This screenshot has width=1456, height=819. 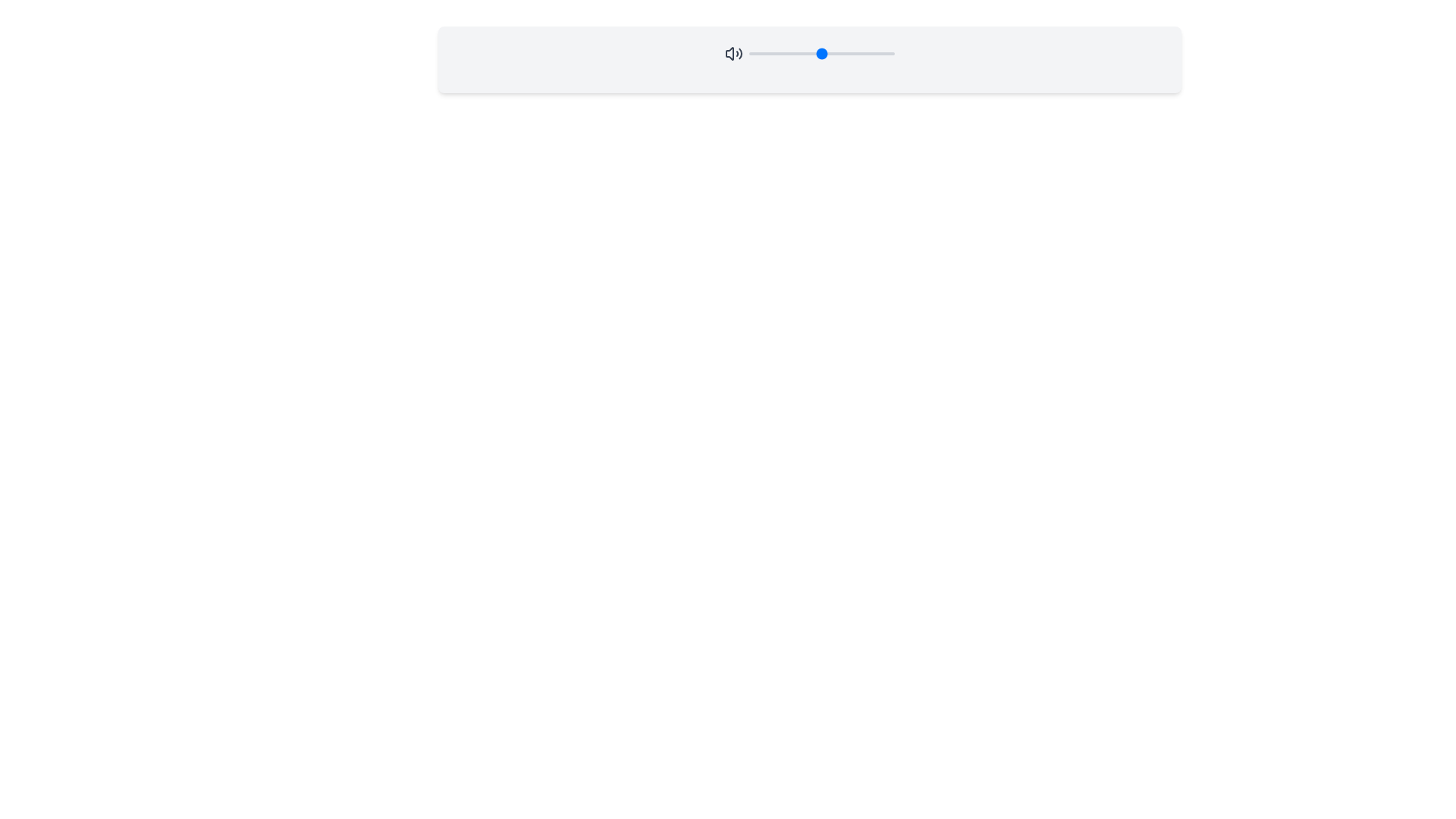 What do you see at coordinates (824, 52) in the screenshot?
I see `volume level` at bounding box center [824, 52].